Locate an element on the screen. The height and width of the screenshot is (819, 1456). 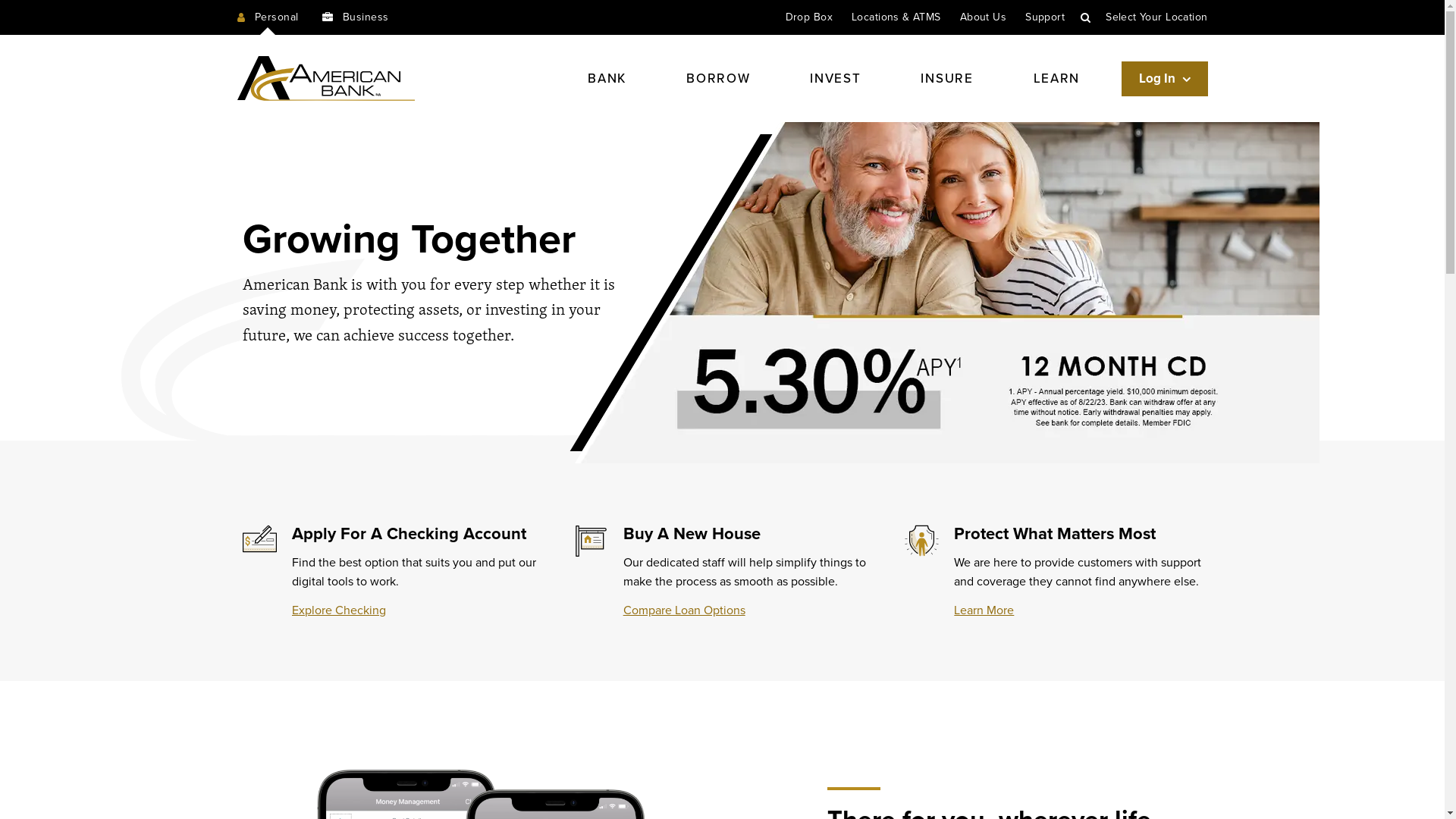
'Protect What Matters Most' is located at coordinates (1054, 533).